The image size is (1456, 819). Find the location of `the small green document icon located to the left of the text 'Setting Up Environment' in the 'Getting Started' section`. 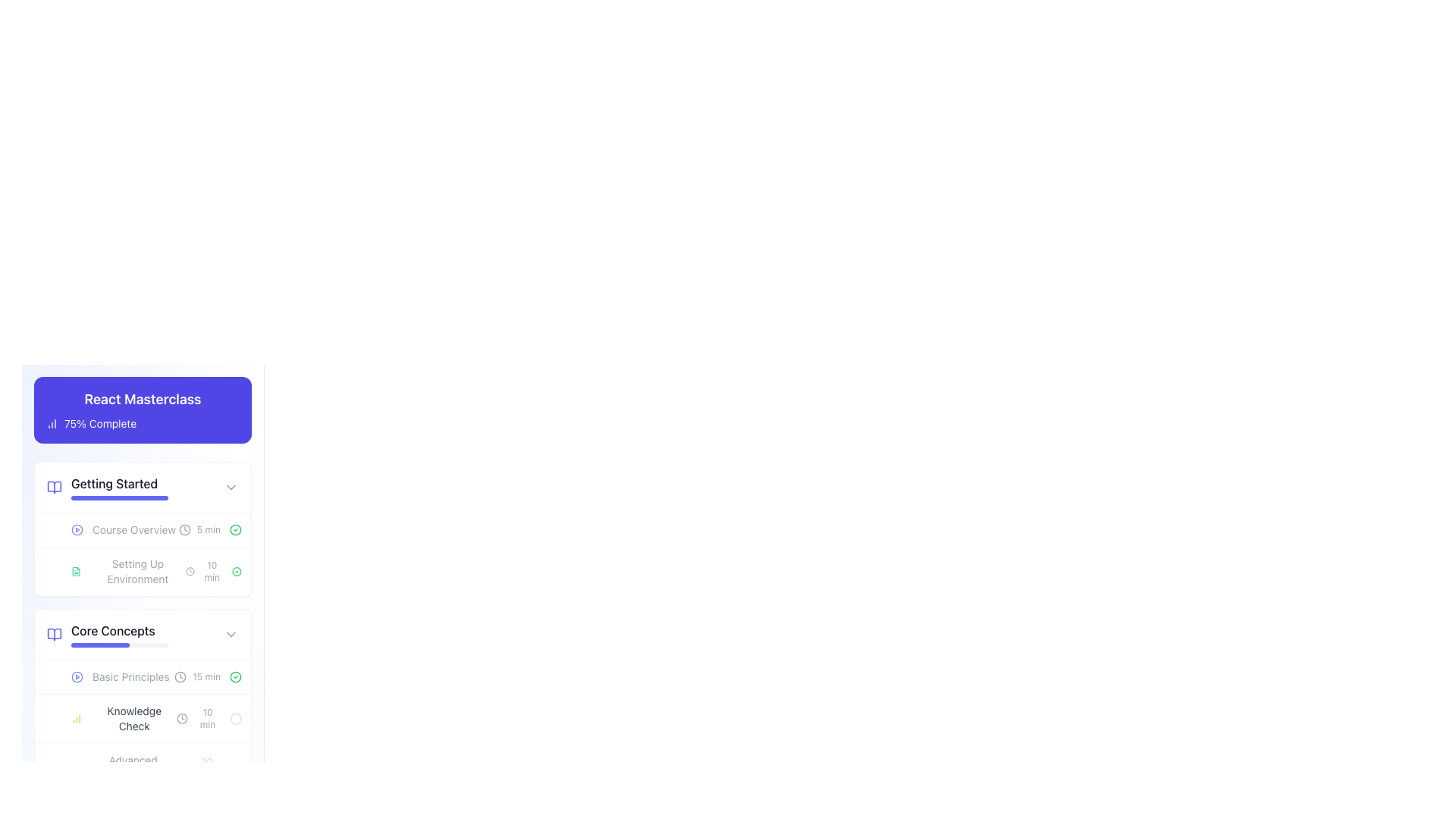

the small green document icon located to the left of the text 'Setting Up Environment' in the 'Getting Started' section is located at coordinates (75, 571).